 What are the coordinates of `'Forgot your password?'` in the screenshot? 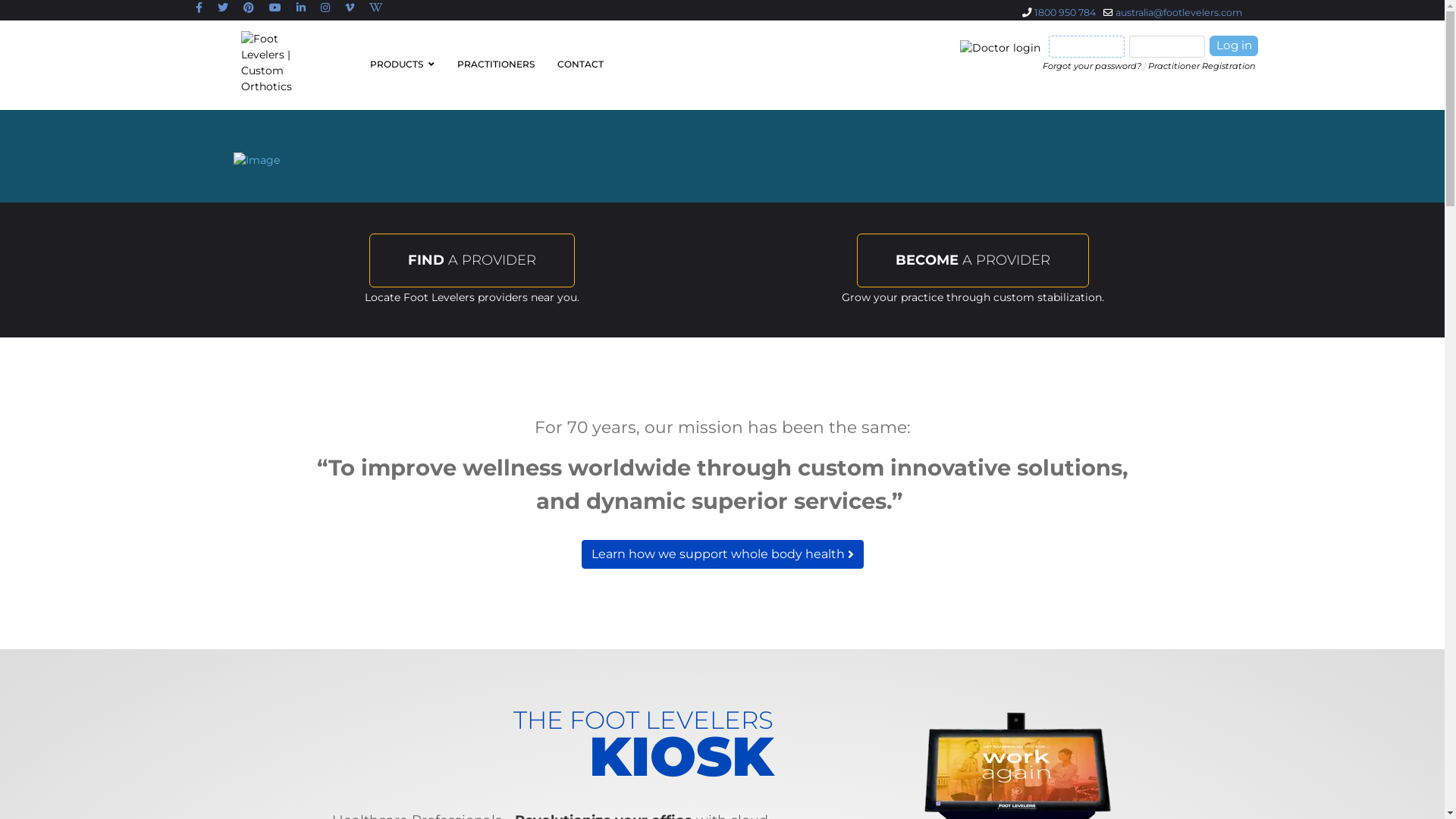 It's located at (1092, 65).